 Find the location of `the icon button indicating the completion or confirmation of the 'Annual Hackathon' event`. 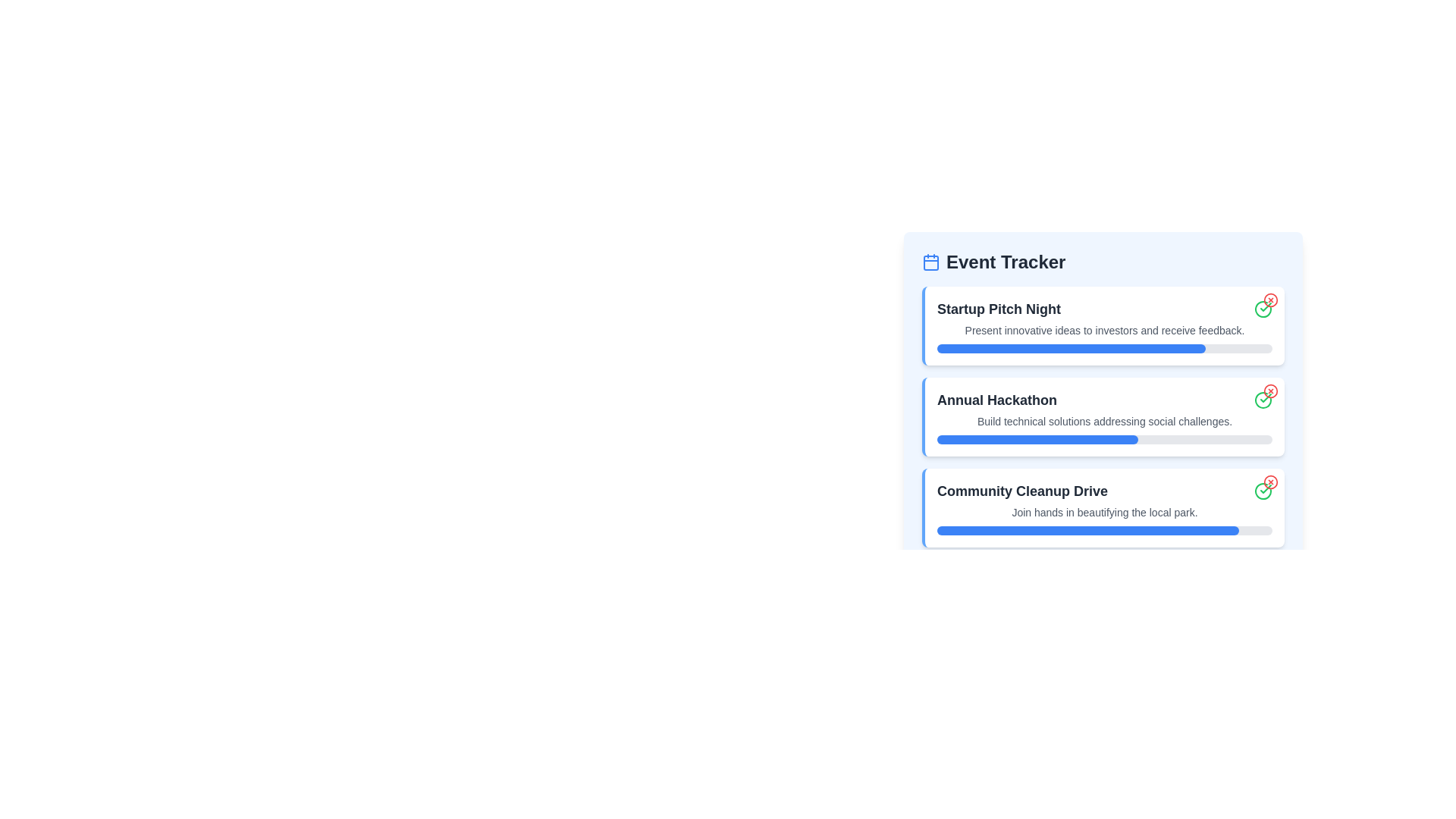

the icon button indicating the completion or confirmation of the 'Annual Hackathon' event is located at coordinates (1263, 400).